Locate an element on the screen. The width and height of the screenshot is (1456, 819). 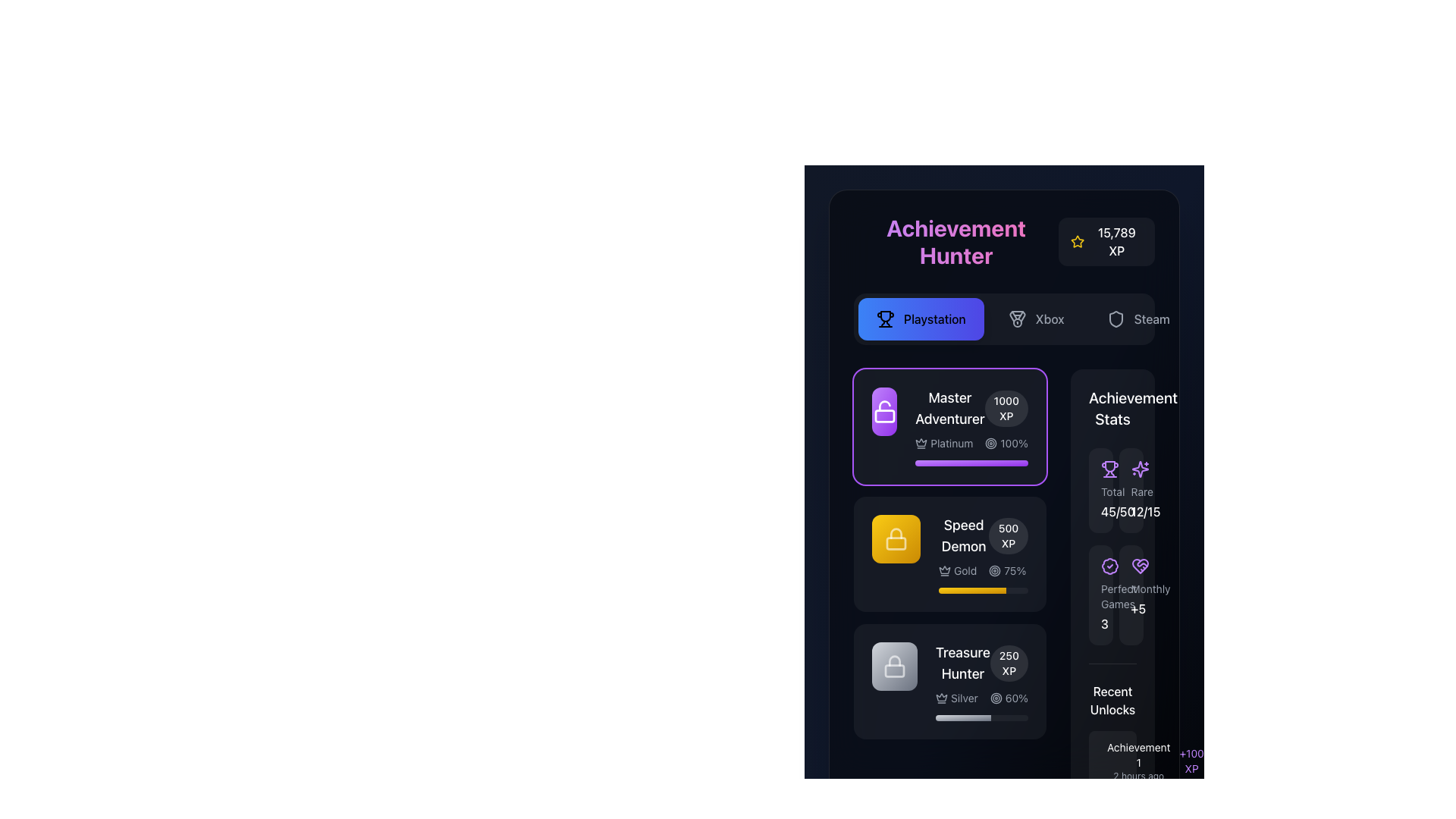
the non-interactive lock icon with an open shackle design, which is styled in white against a purple gradient circular background, located within the 'Master Adventurer' achievements box is located at coordinates (884, 412).